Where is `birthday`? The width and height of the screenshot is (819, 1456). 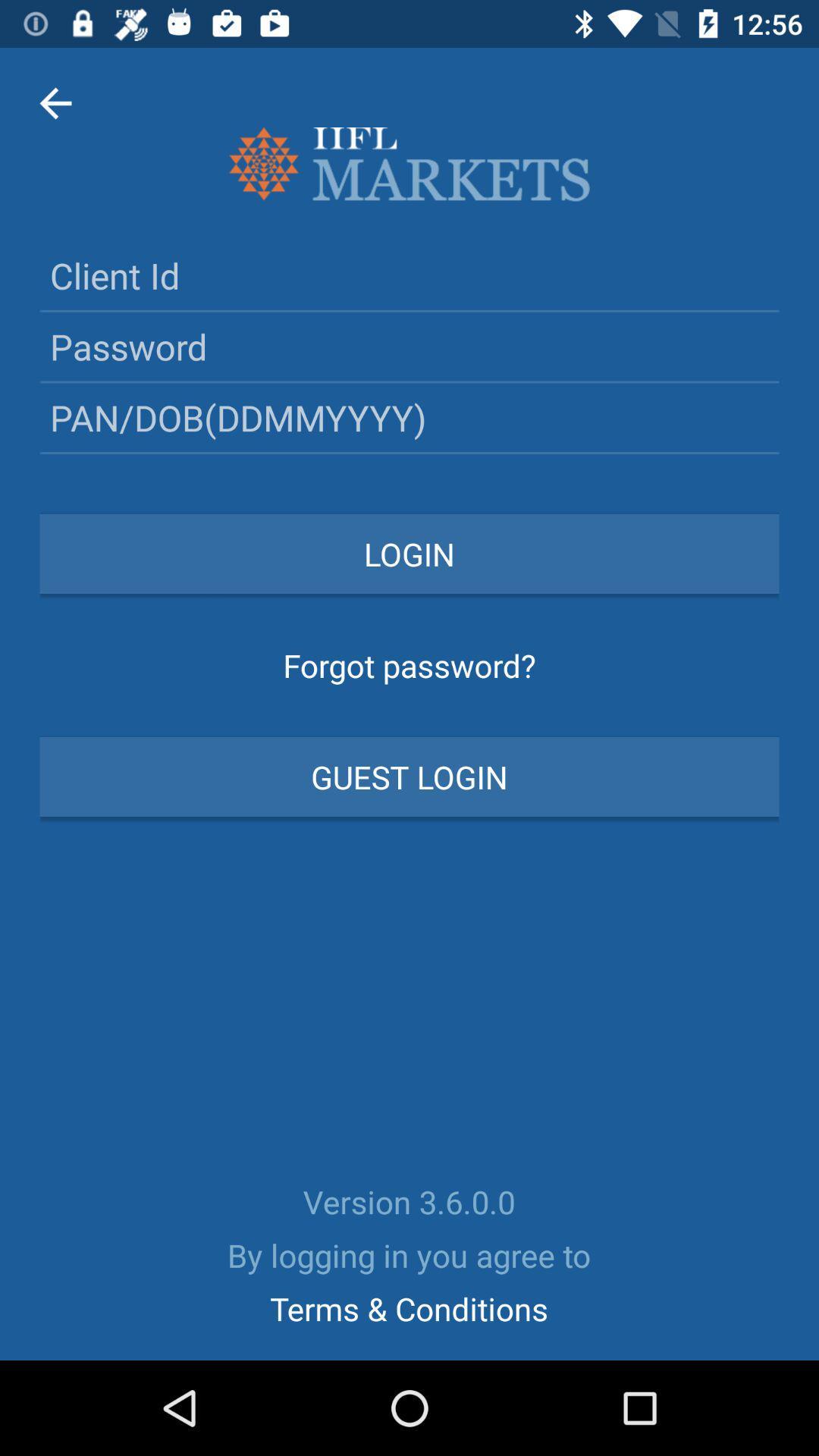
birthday is located at coordinates (409, 417).